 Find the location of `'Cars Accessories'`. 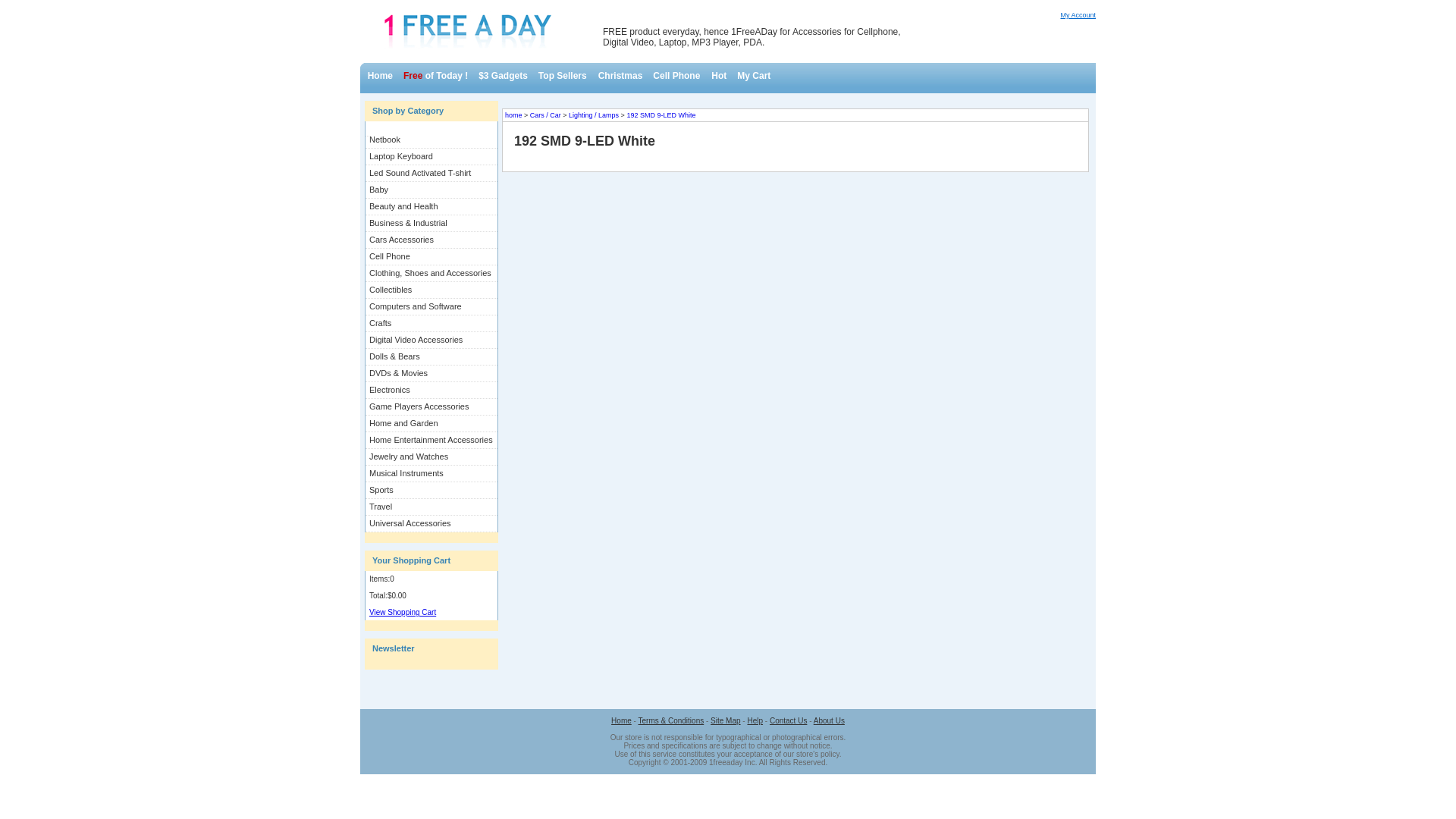

'Cars Accessories' is located at coordinates (369, 239).